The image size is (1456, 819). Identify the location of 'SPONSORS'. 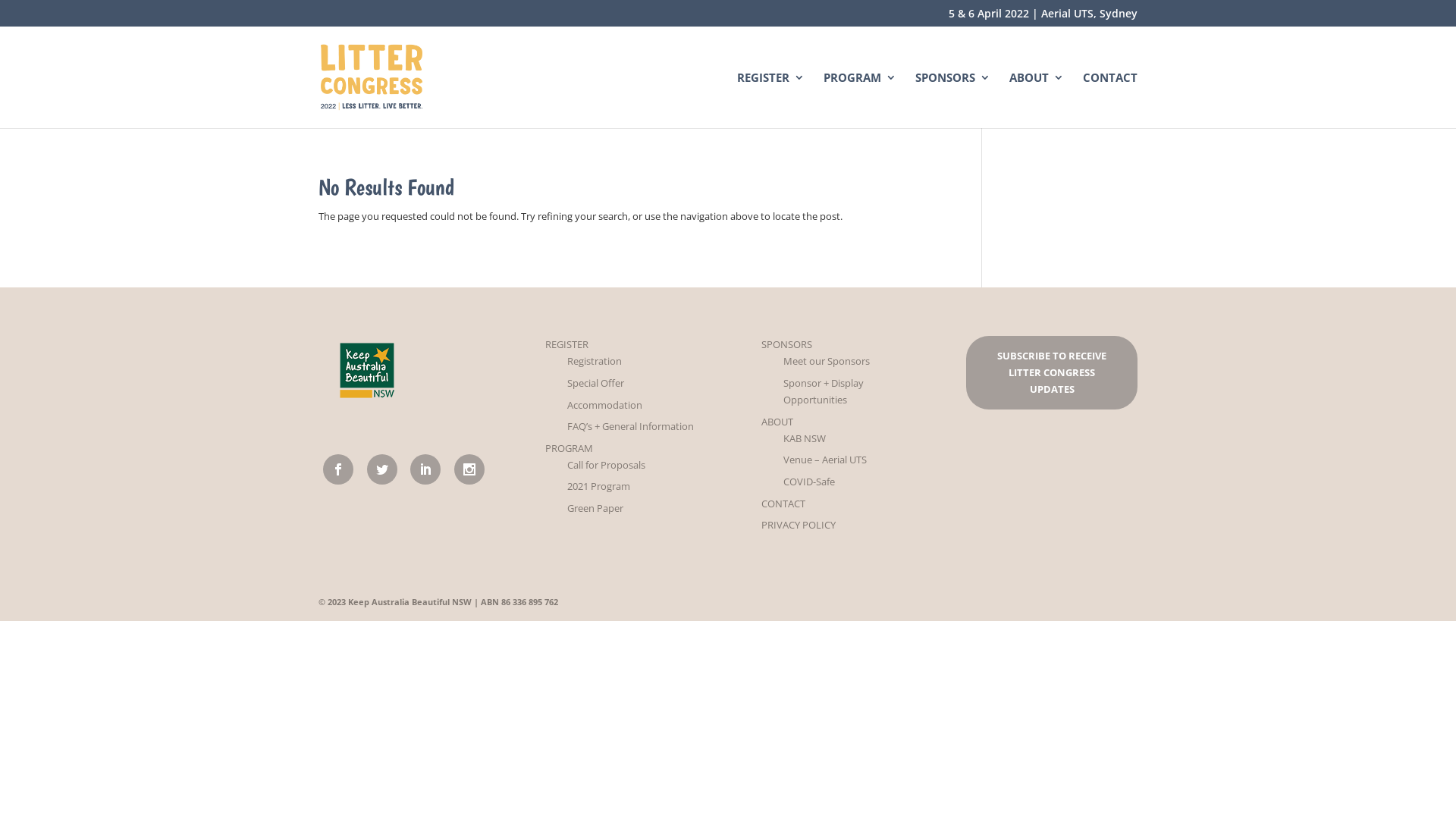
(952, 99).